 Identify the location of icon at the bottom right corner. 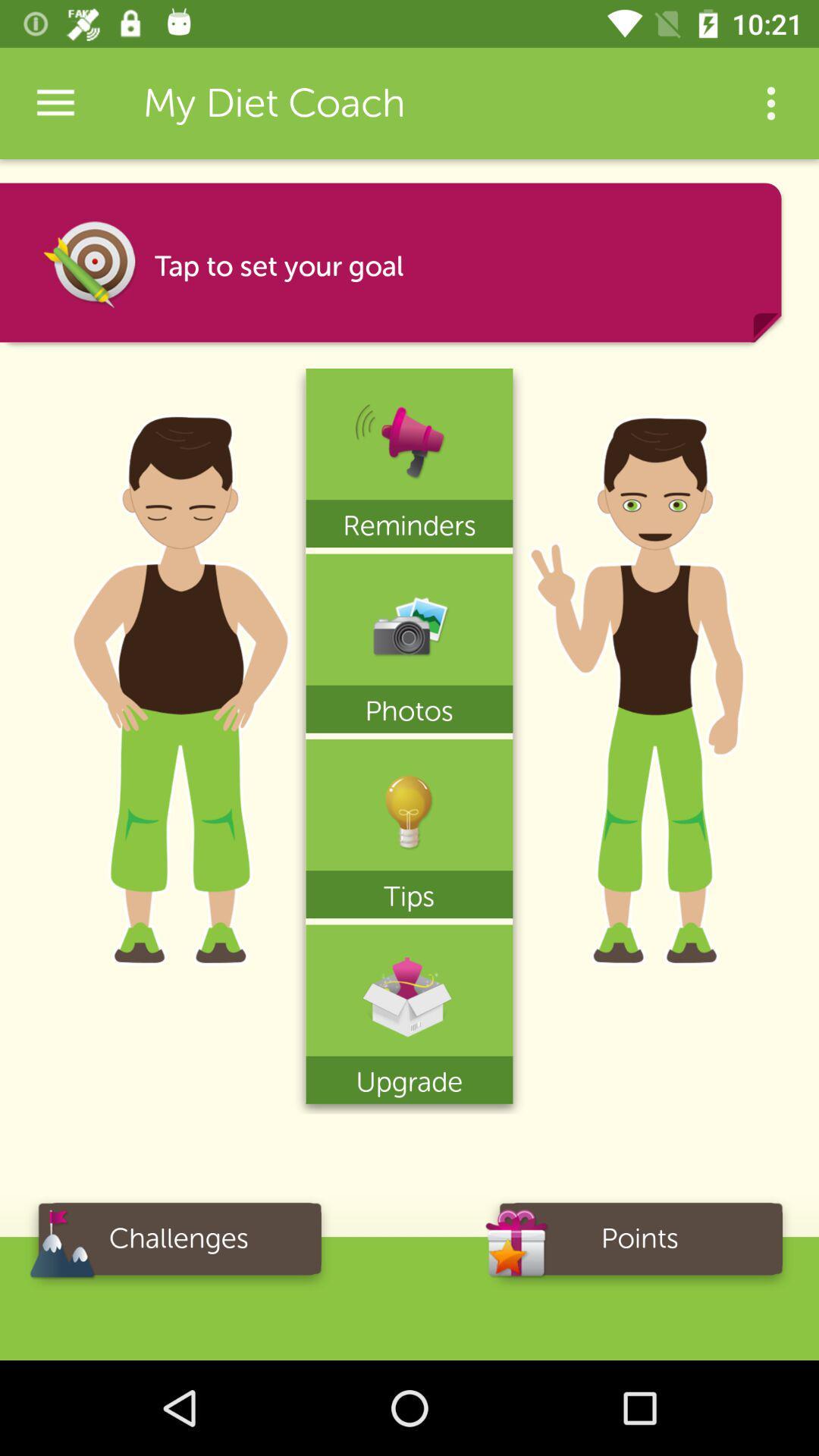
(640, 1244).